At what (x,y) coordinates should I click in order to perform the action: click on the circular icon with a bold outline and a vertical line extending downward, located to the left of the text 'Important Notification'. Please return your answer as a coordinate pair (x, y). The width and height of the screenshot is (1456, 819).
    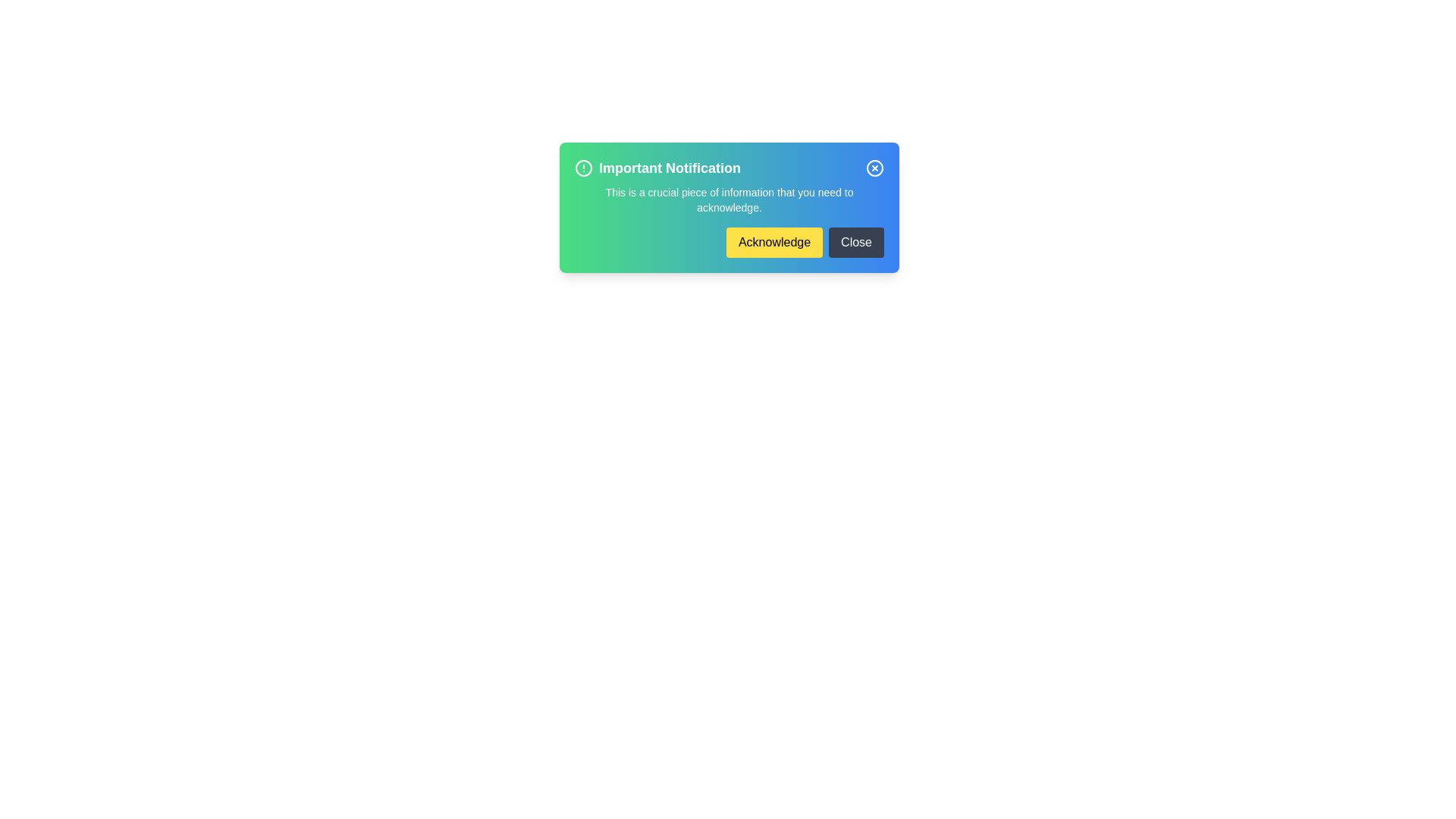
    Looking at the image, I should click on (582, 168).